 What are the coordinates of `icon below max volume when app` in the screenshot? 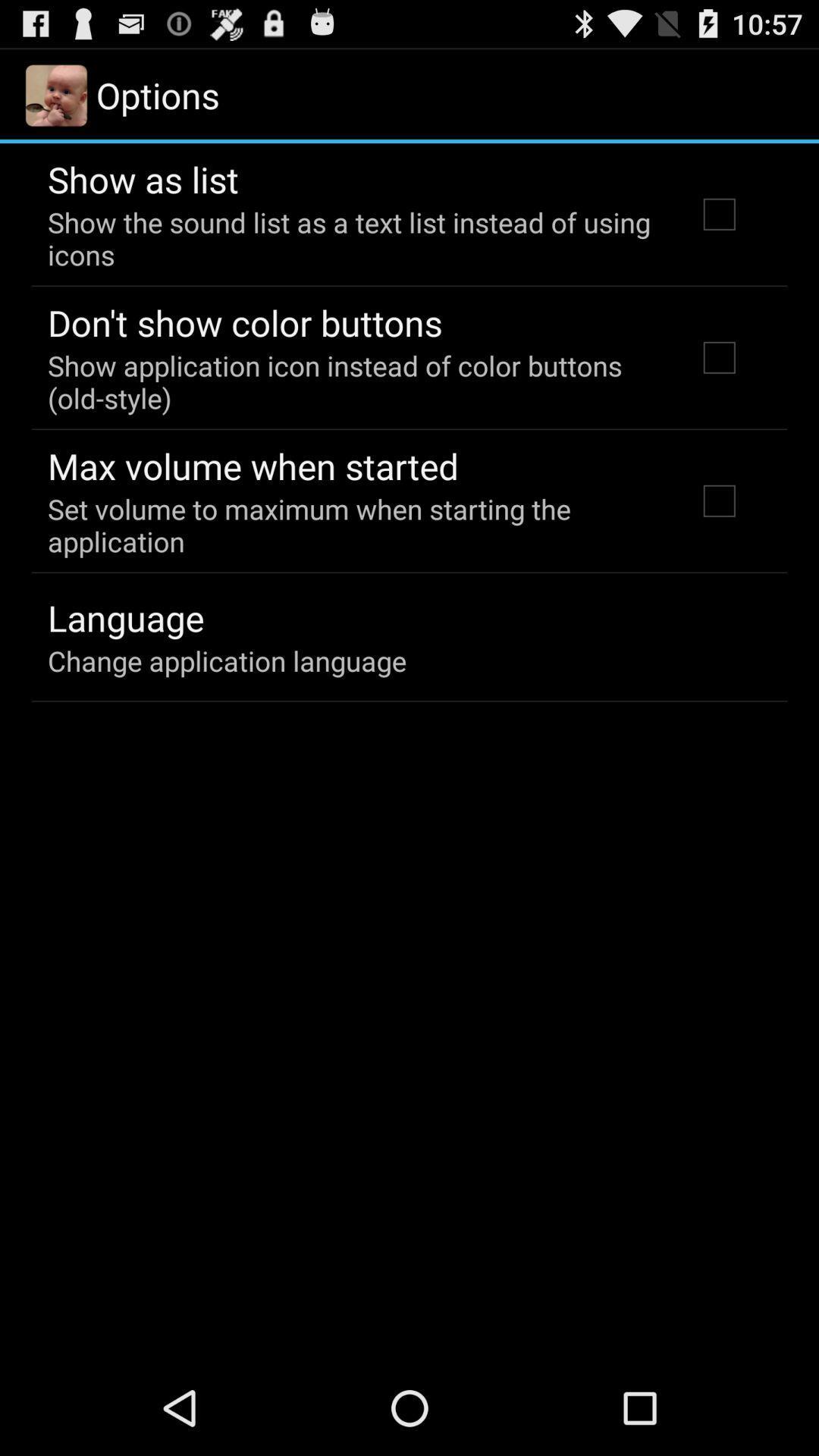 It's located at (351, 525).